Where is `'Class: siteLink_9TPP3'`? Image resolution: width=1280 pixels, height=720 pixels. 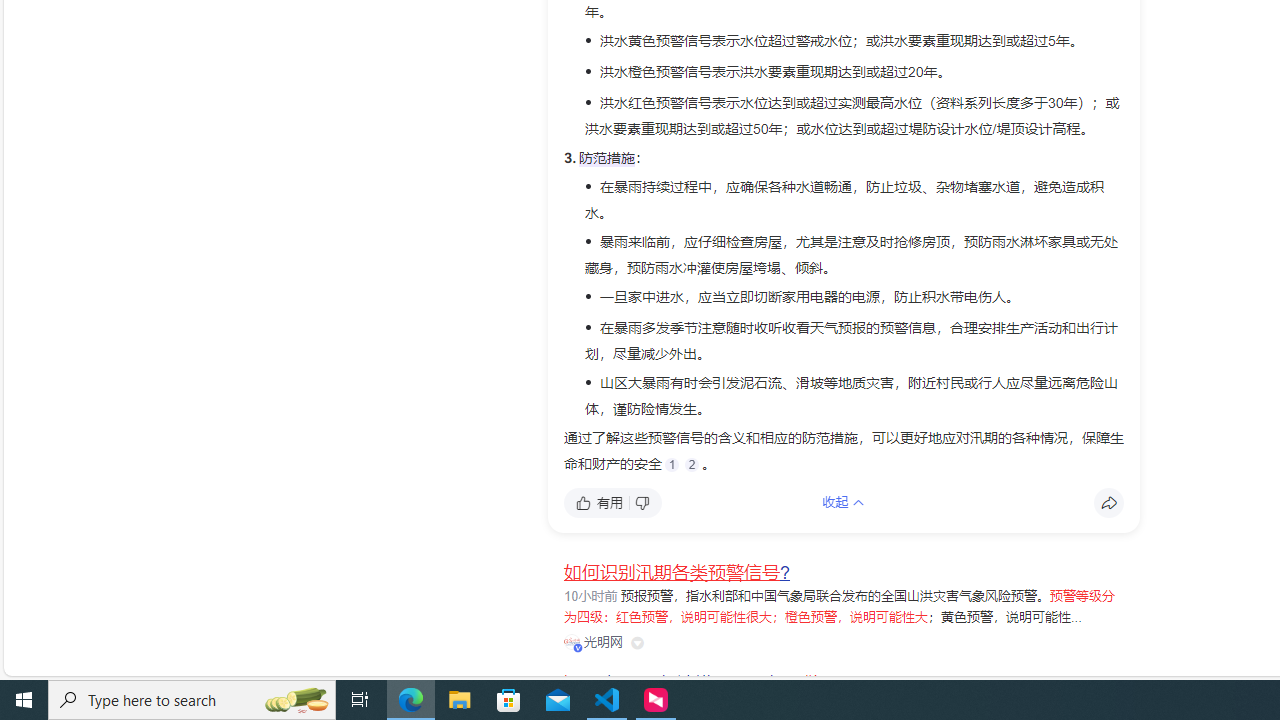
'Class: siteLink_9TPP3' is located at coordinates (592, 642).